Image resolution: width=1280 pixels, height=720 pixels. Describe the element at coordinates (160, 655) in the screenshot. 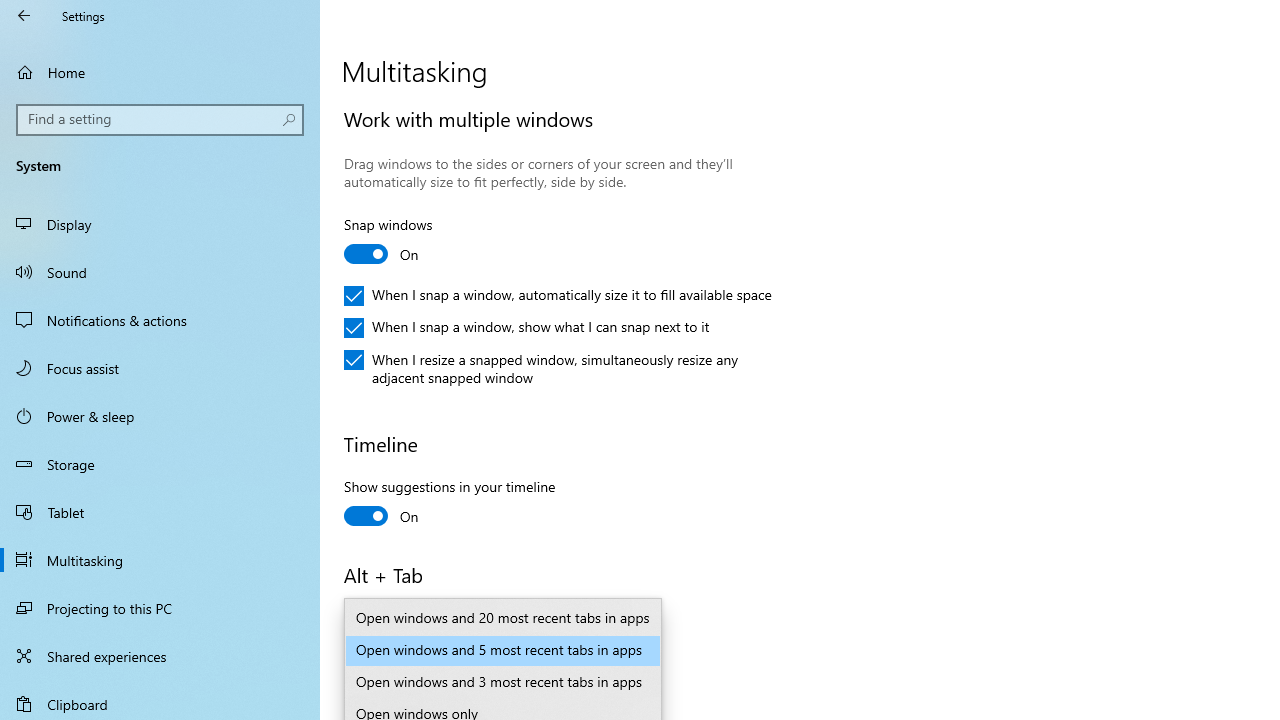

I see `'Shared experiences'` at that location.